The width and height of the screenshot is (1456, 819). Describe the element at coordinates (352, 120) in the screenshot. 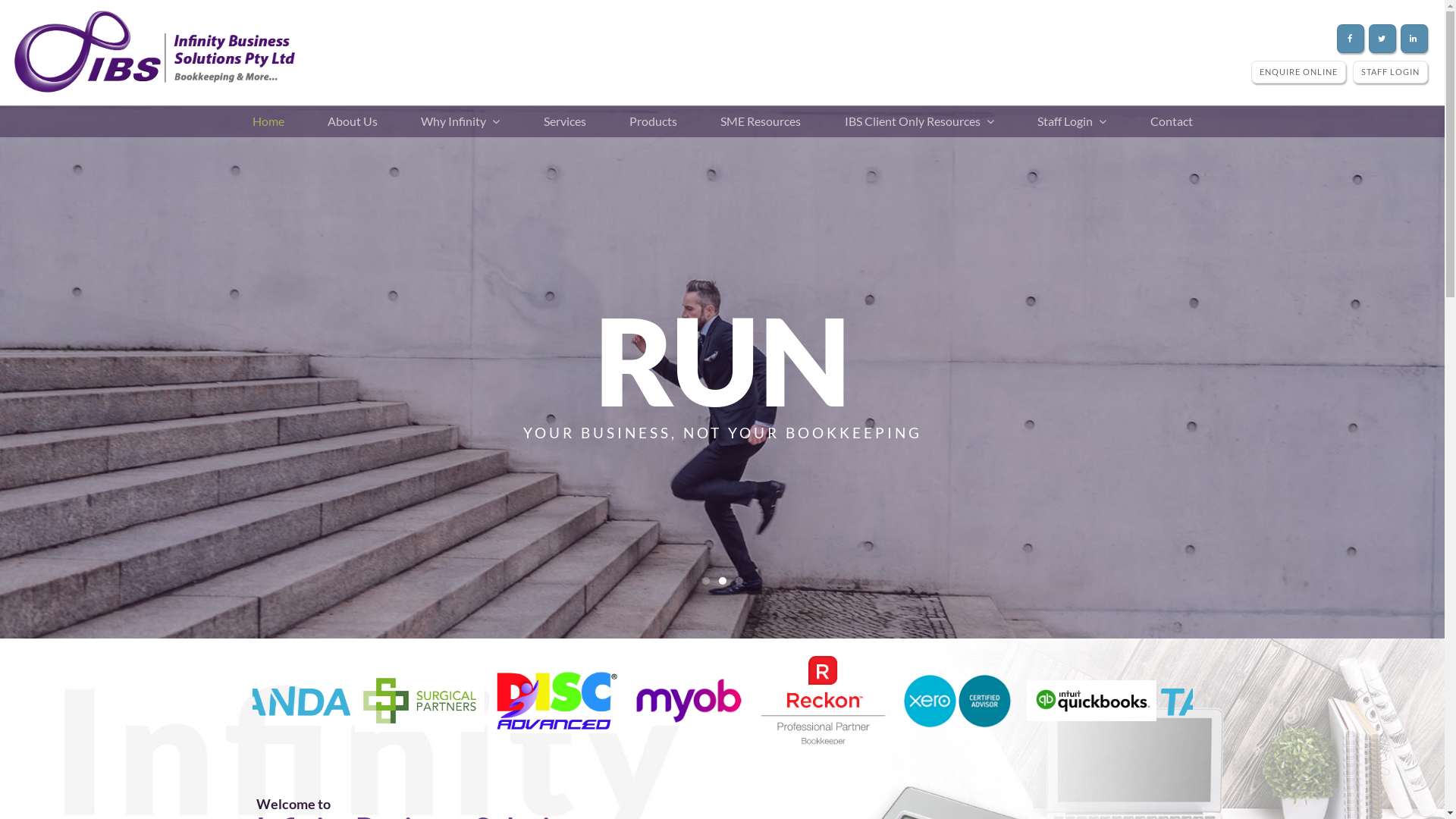

I see `'About Us'` at that location.